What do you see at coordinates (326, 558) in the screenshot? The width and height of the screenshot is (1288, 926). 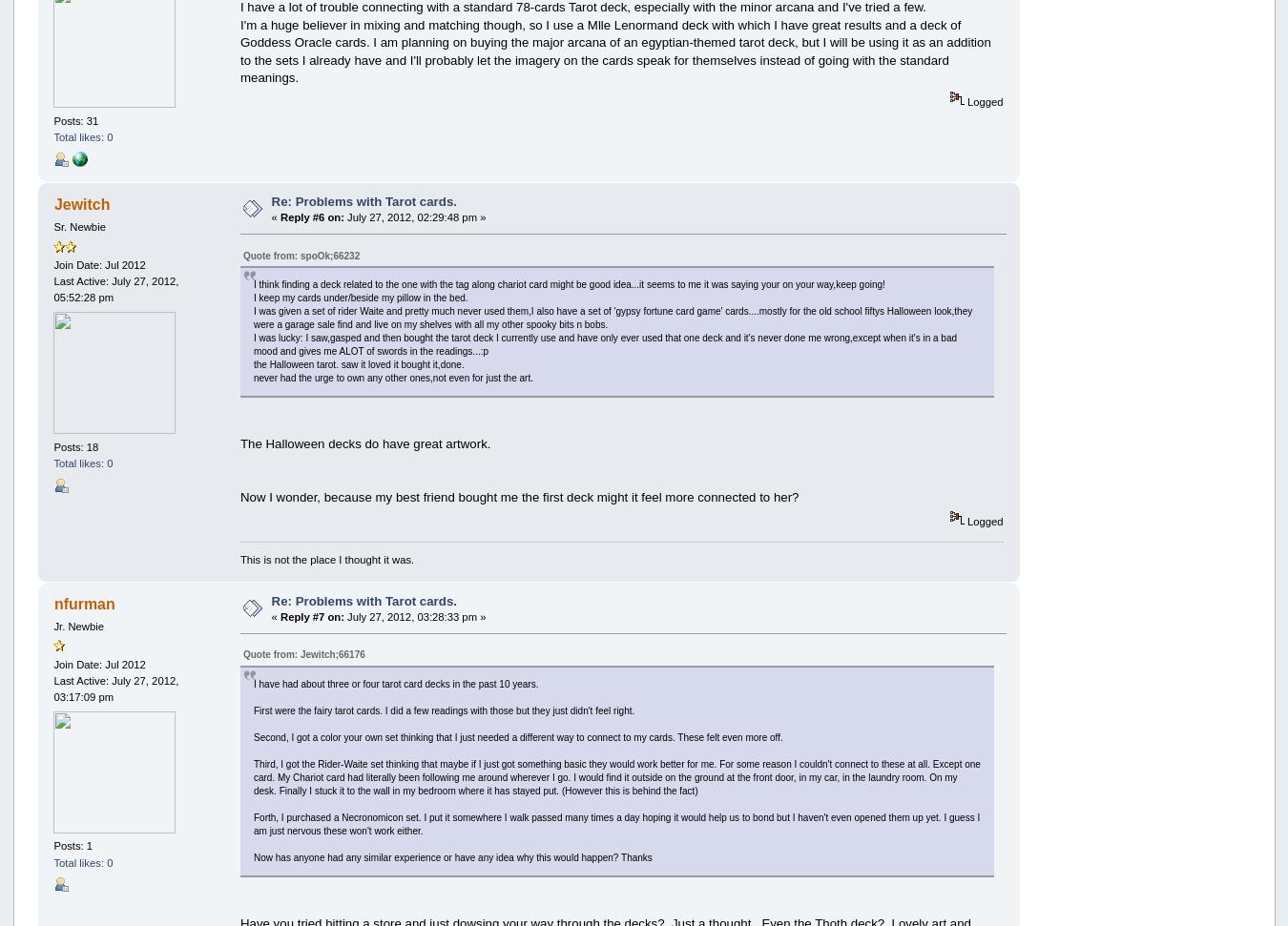 I see `'This is not the place I thought it was.'` at bounding box center [326, 558].